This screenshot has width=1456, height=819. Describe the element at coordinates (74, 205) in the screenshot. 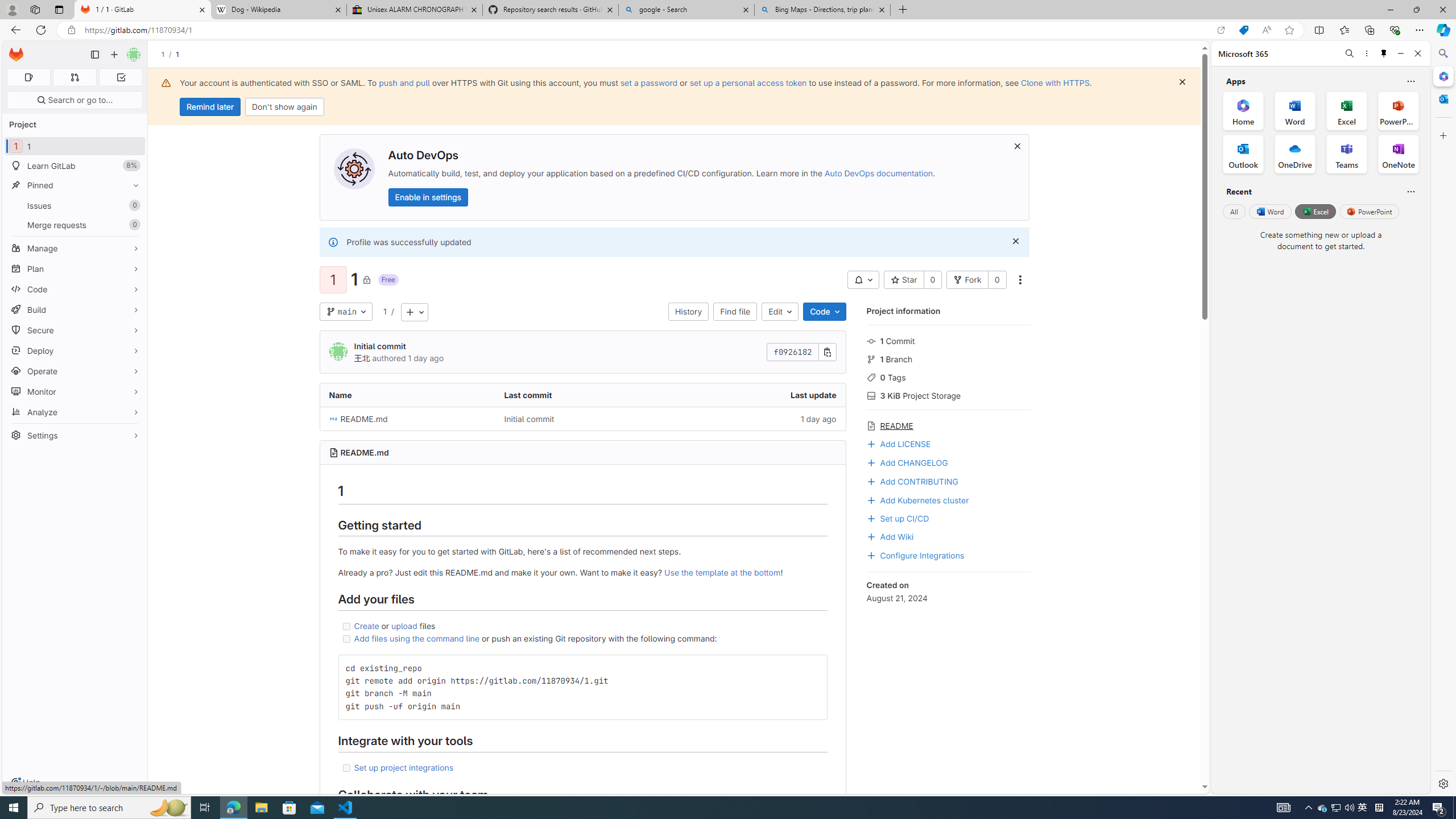

I see `'Issues 0'` at that location.